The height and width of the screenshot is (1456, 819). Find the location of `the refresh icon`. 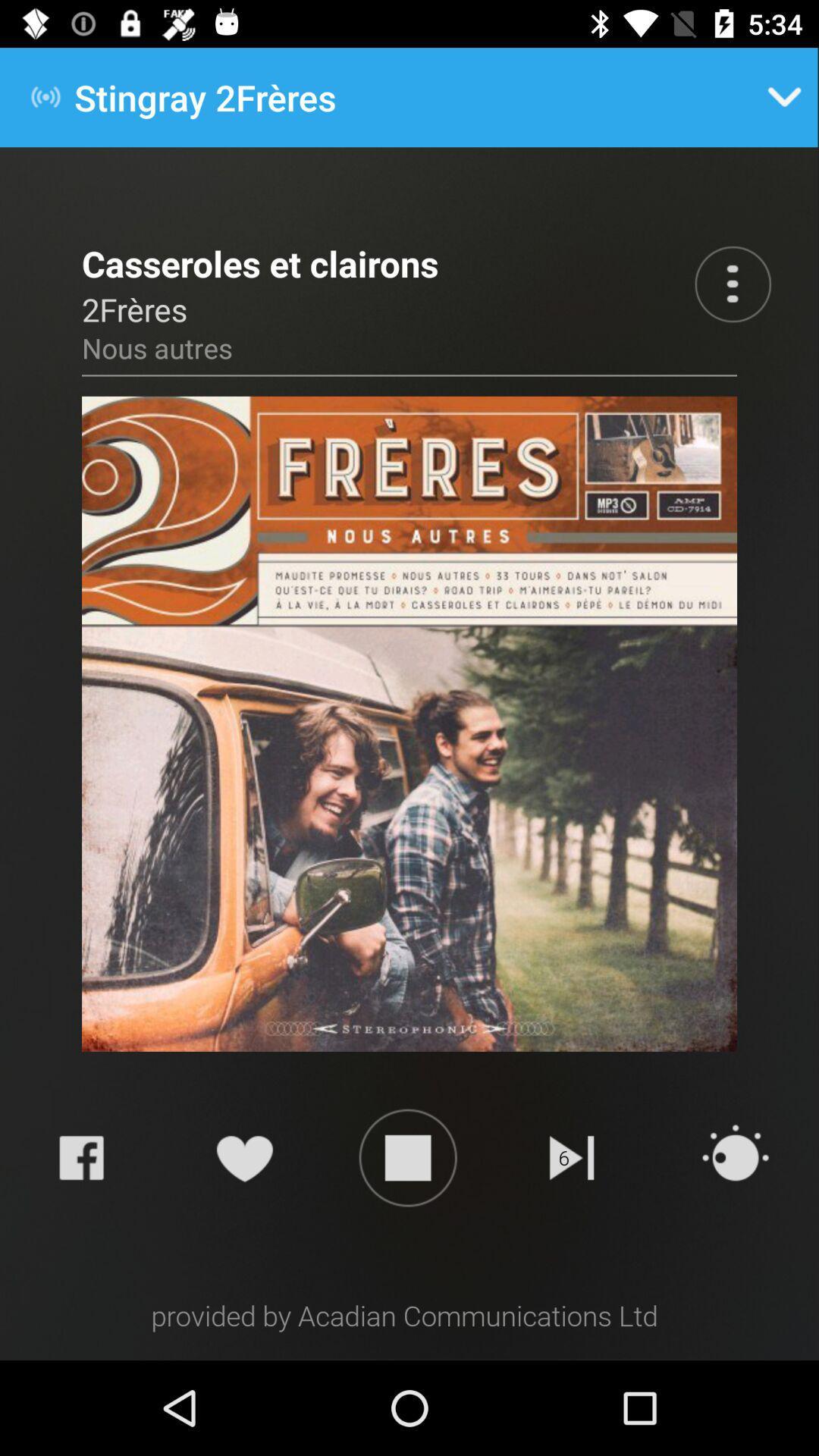

the refresh icon is located at coordinates (735, 1156).